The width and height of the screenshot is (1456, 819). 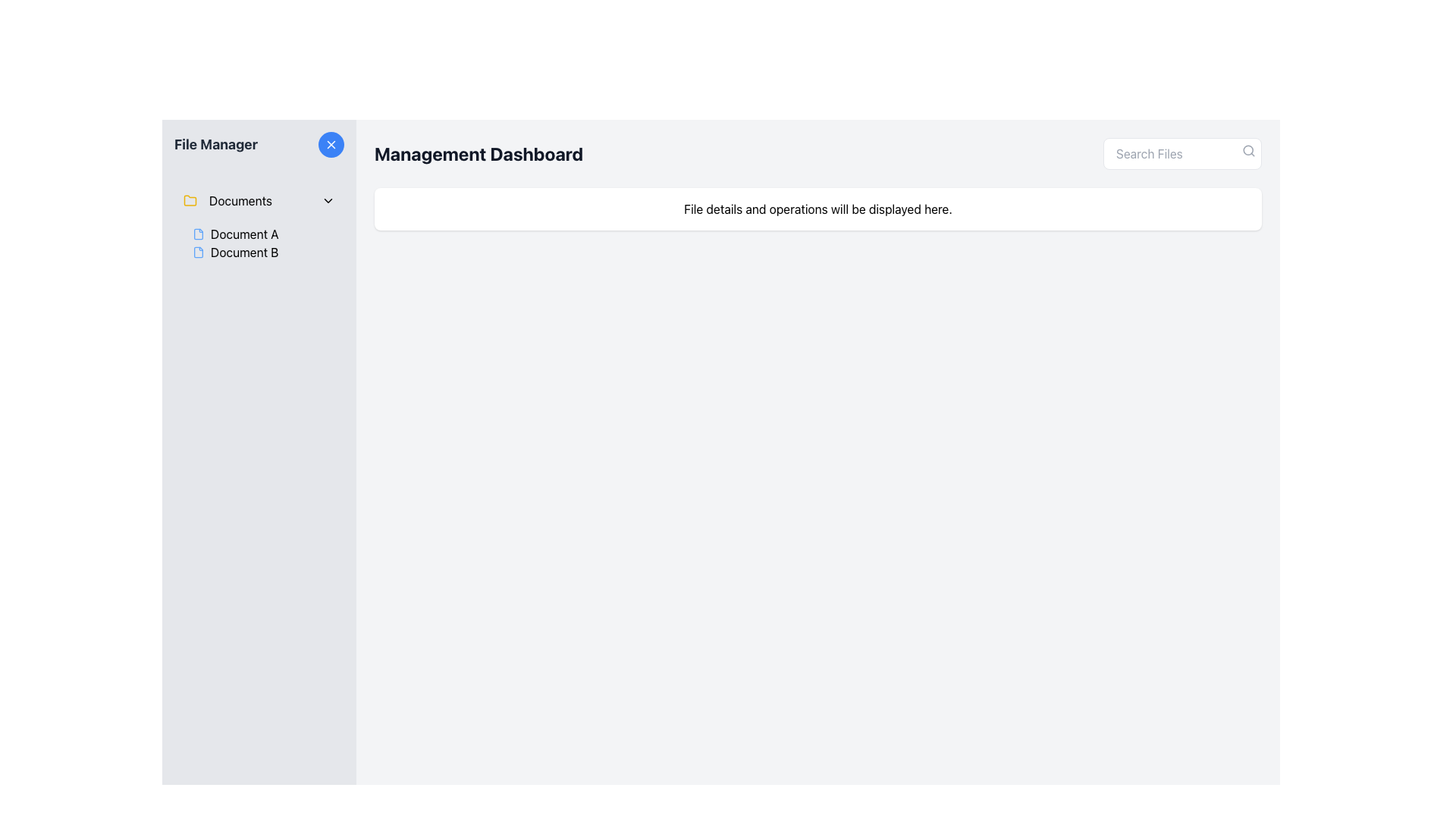 I want to click on the 'Document B' label with a blue file icon, so click(x=268, y=251).